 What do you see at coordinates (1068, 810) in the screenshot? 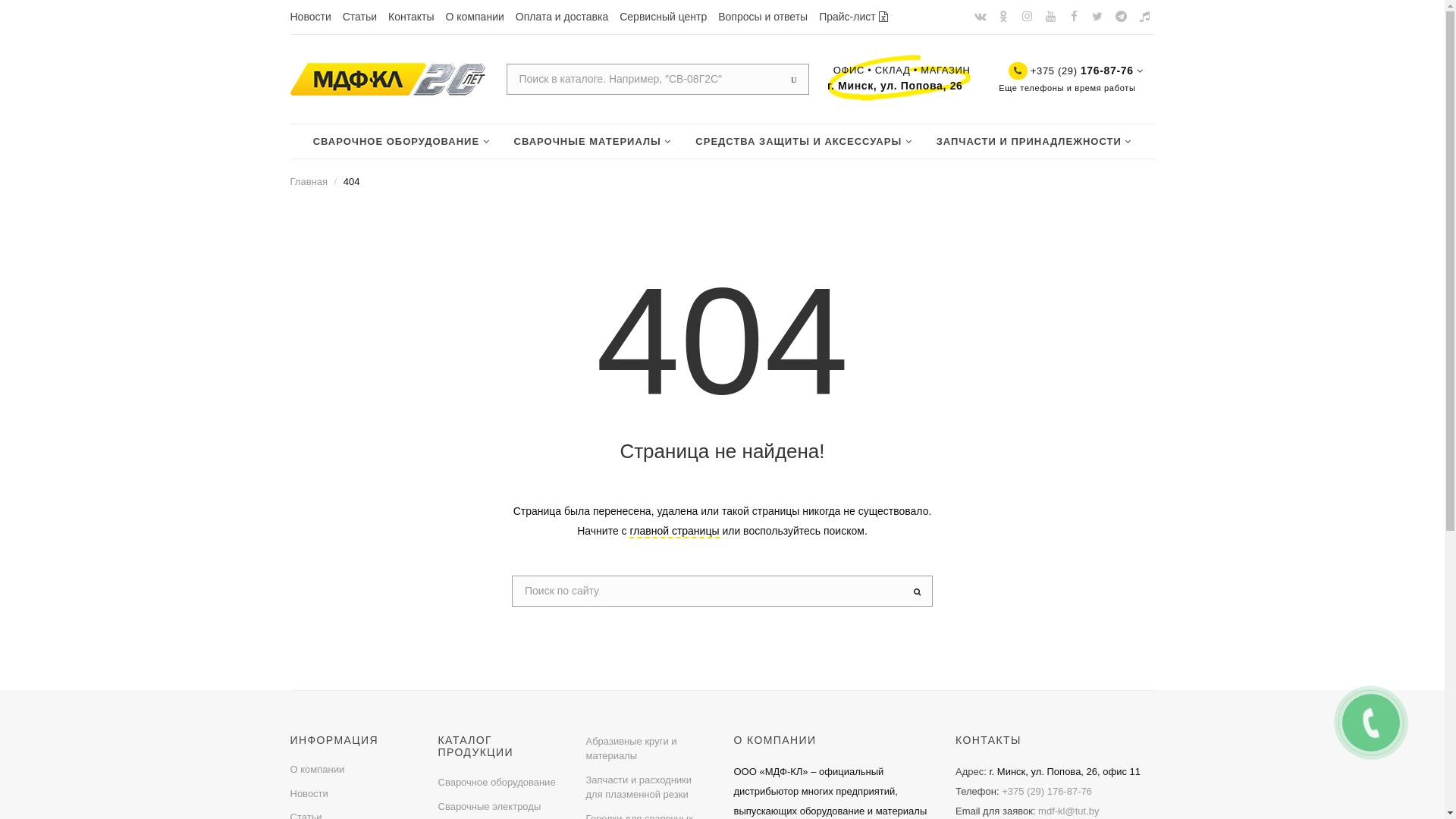
I see `'mdf-kl@tut.by'` at bounding box center [1068, 810].